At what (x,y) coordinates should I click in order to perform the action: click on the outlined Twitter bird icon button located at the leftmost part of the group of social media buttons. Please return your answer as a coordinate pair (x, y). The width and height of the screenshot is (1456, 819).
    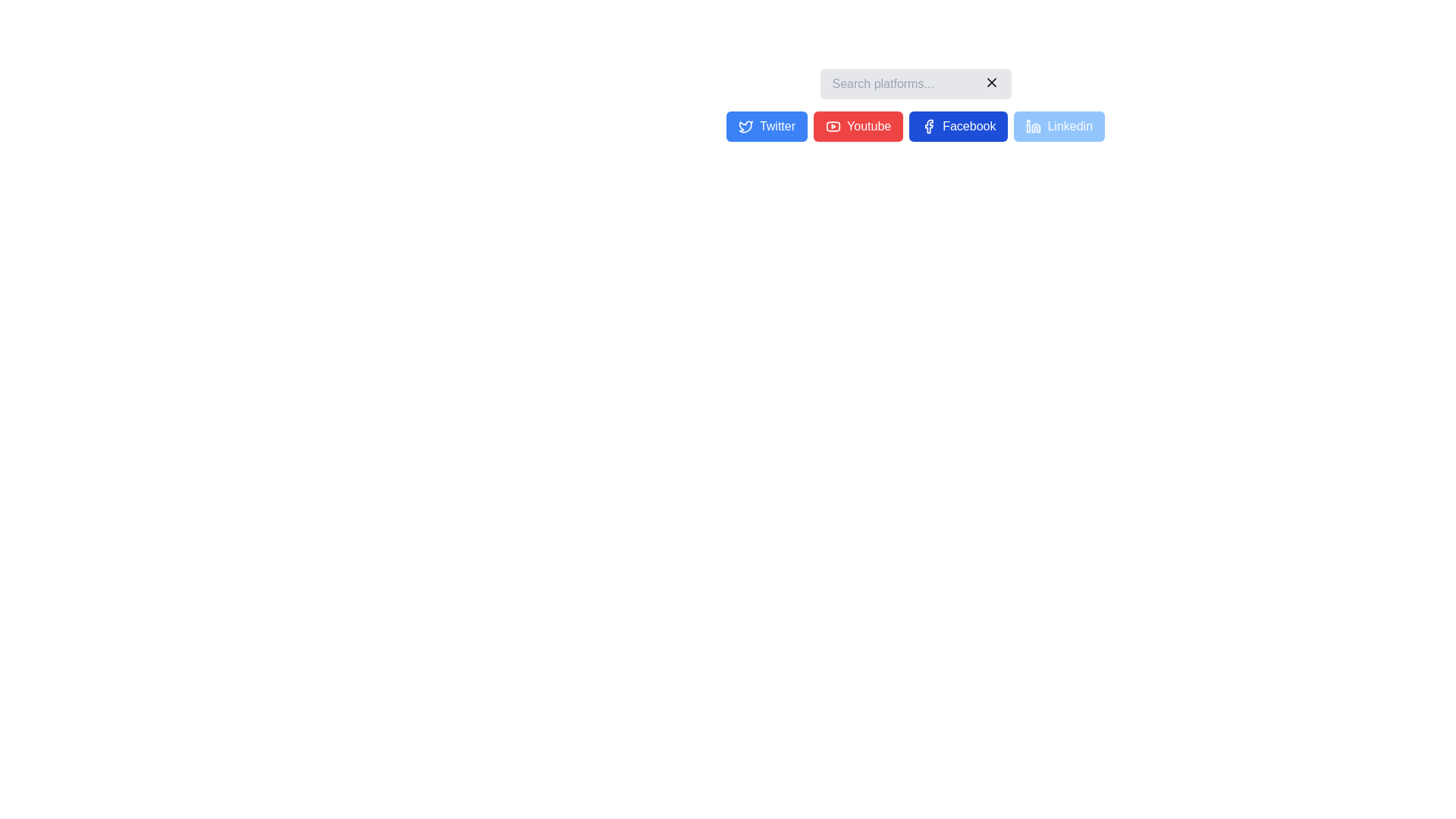
    Looking at the image, I should click on (745, 126).